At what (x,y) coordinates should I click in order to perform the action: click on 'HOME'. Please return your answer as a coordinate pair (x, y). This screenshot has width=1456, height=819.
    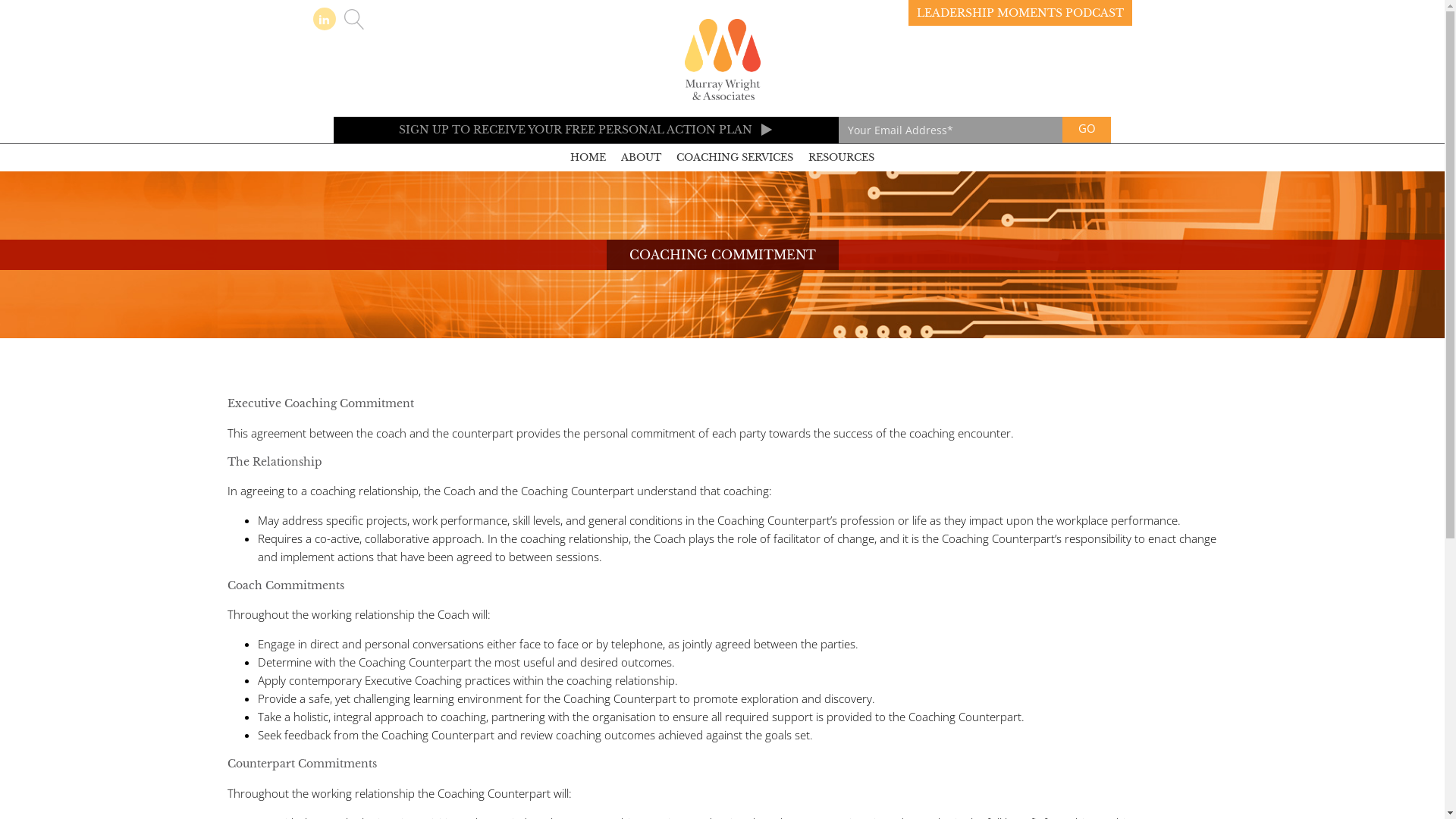
    Looking at the image, I should click on (587, 158).